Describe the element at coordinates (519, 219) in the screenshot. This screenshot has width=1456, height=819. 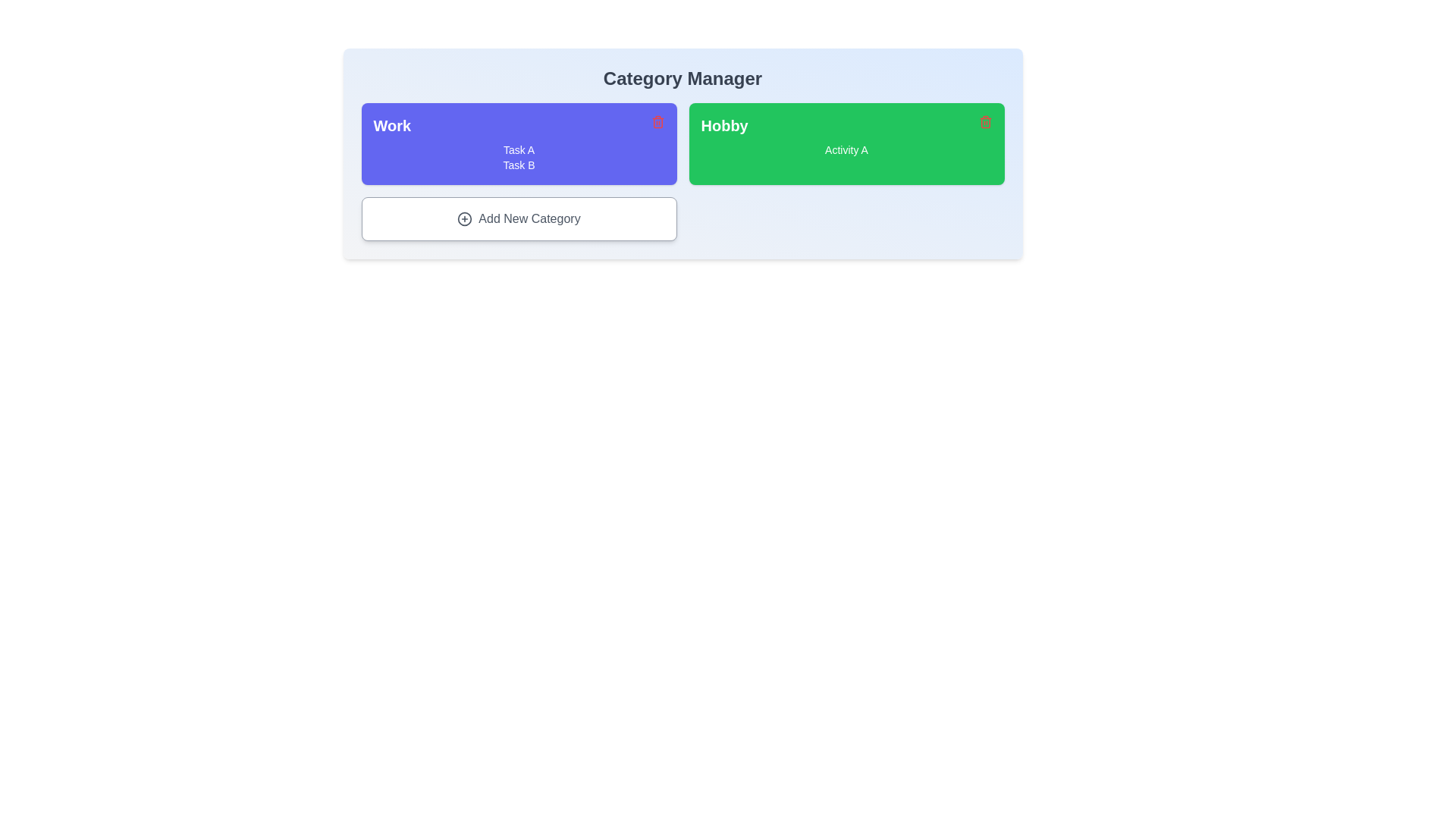
I see `the element Add New Category to observe its hover state` at that location.